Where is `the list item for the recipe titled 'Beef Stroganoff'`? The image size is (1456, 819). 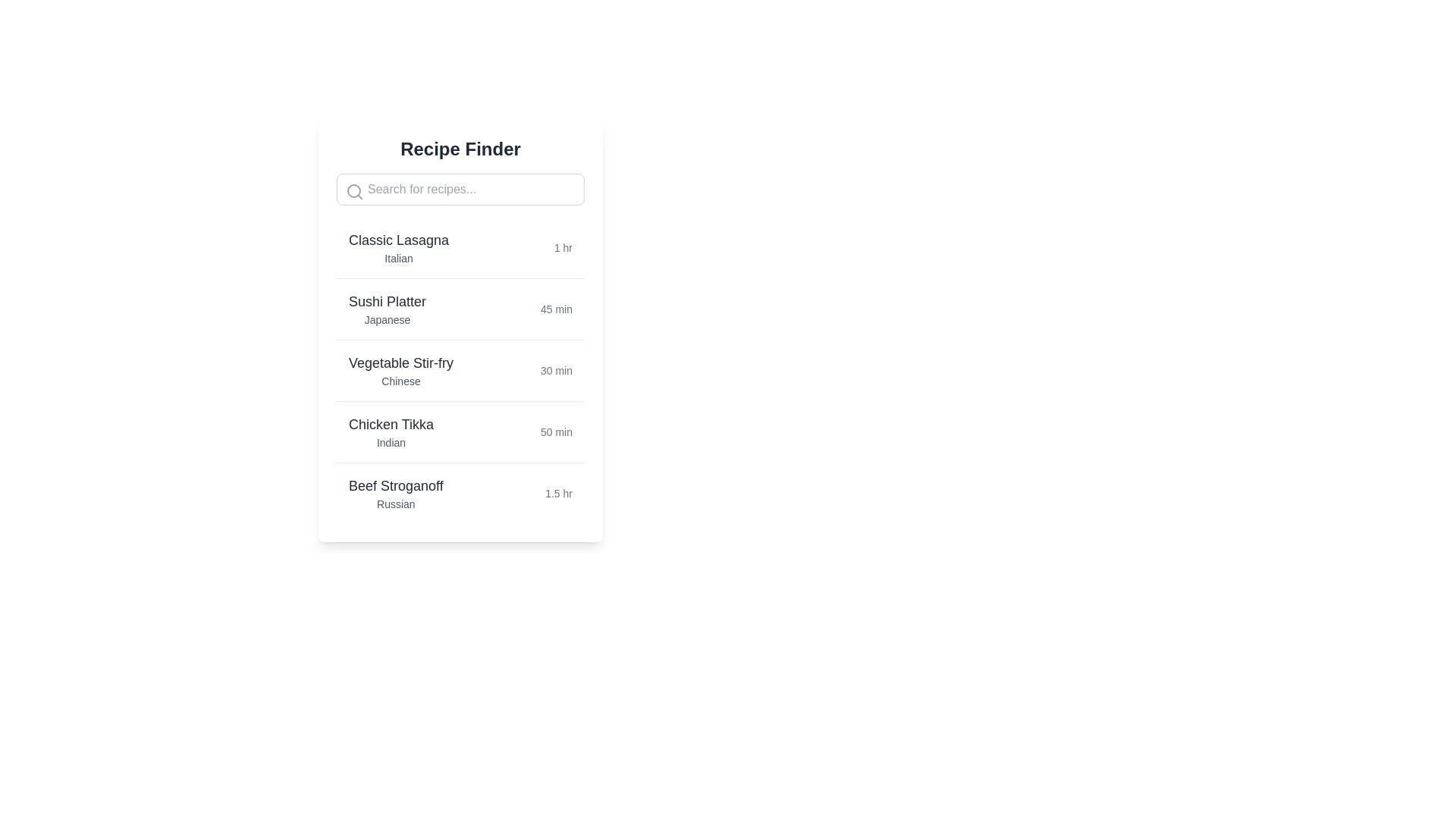 the list item for the recipe titled 'Beef Stroganoff' is located at coordinates (460, 493).